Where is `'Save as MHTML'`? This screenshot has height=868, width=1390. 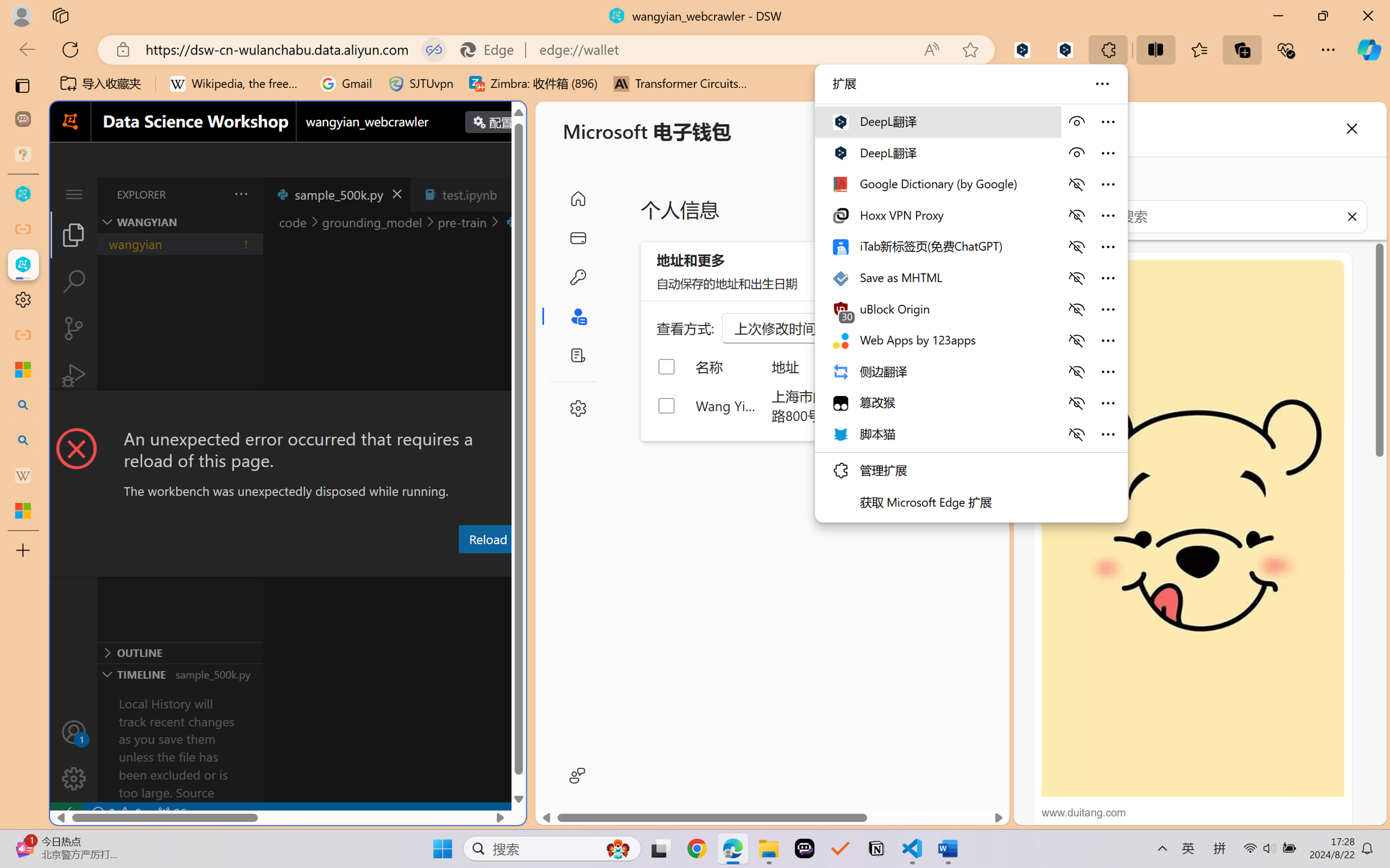 'Save as MHTML' is located at coordinates (937, 277).